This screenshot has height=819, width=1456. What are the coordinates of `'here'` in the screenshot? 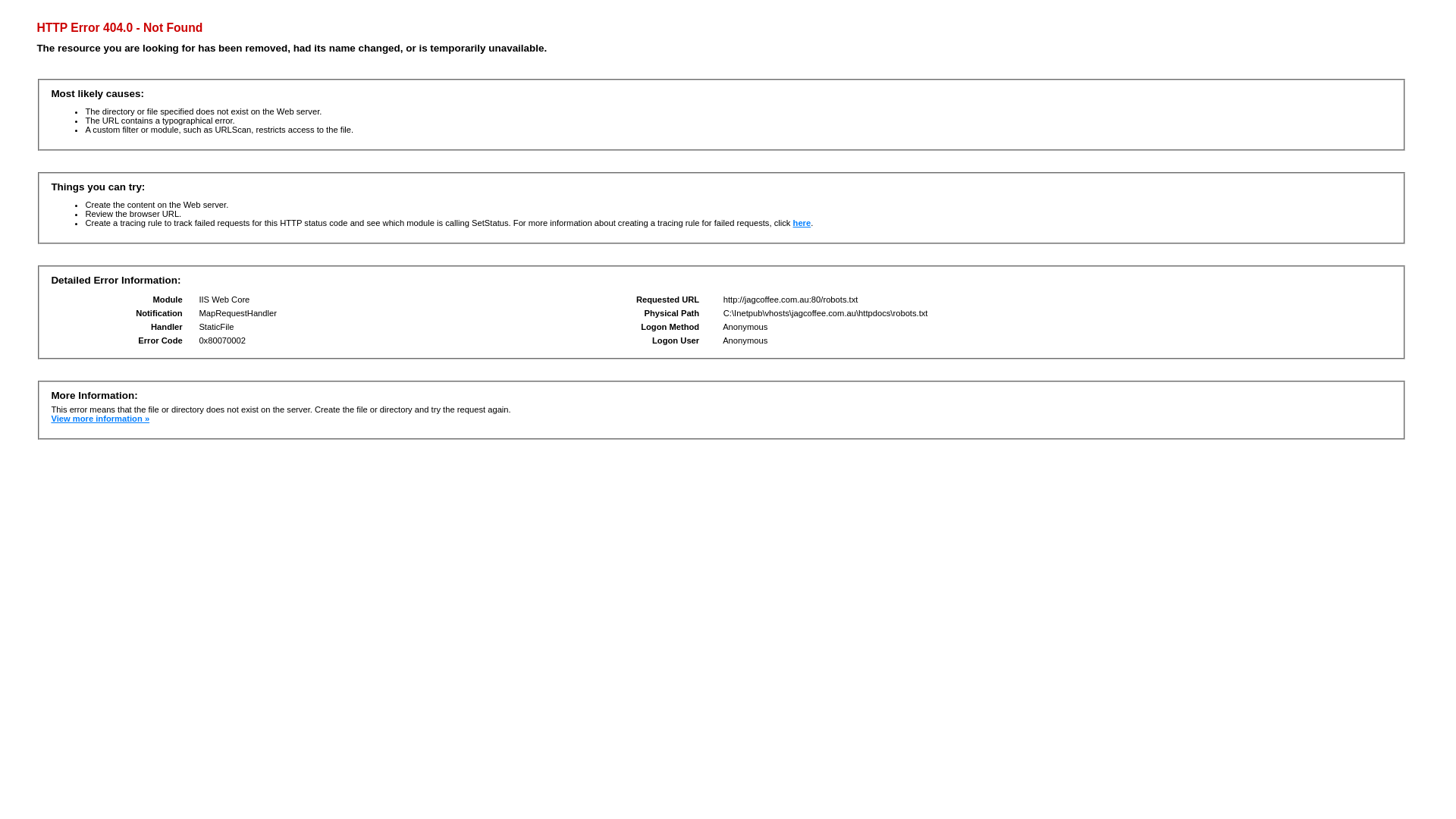 It's located at (801, 222).